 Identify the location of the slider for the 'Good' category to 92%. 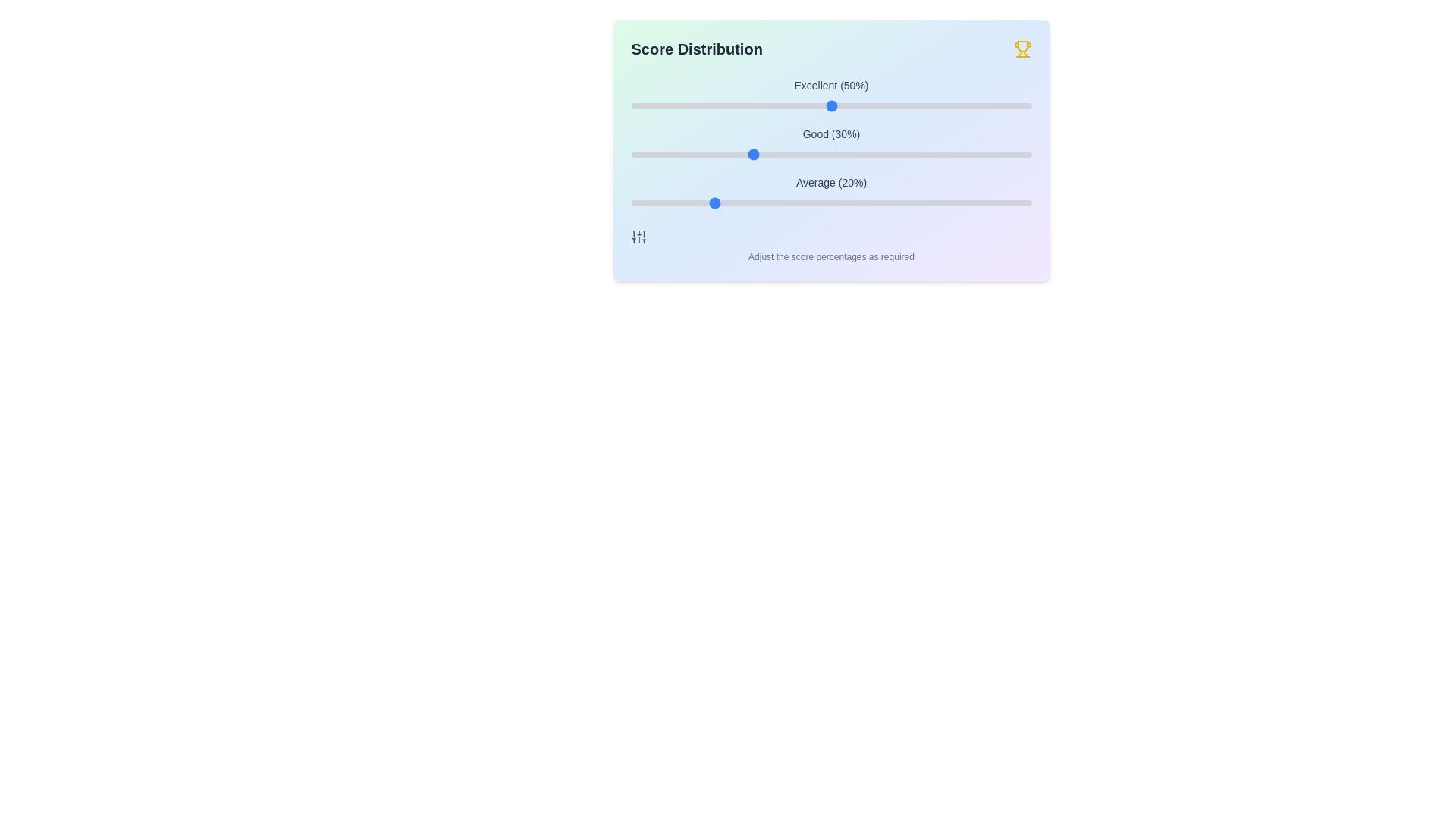
(999, 155).